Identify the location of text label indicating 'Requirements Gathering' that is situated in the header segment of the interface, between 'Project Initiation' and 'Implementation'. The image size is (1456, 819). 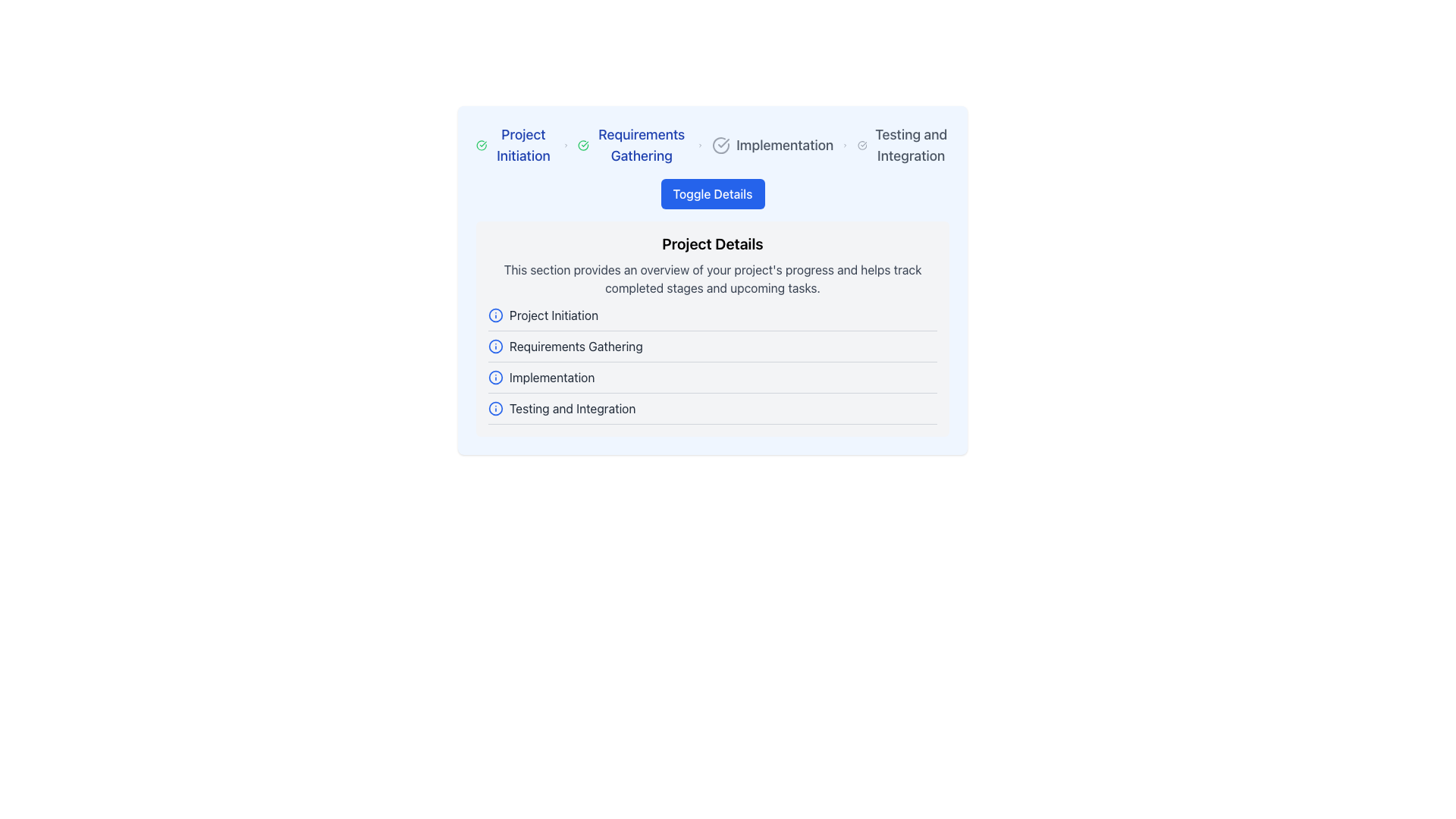
(642, 146).